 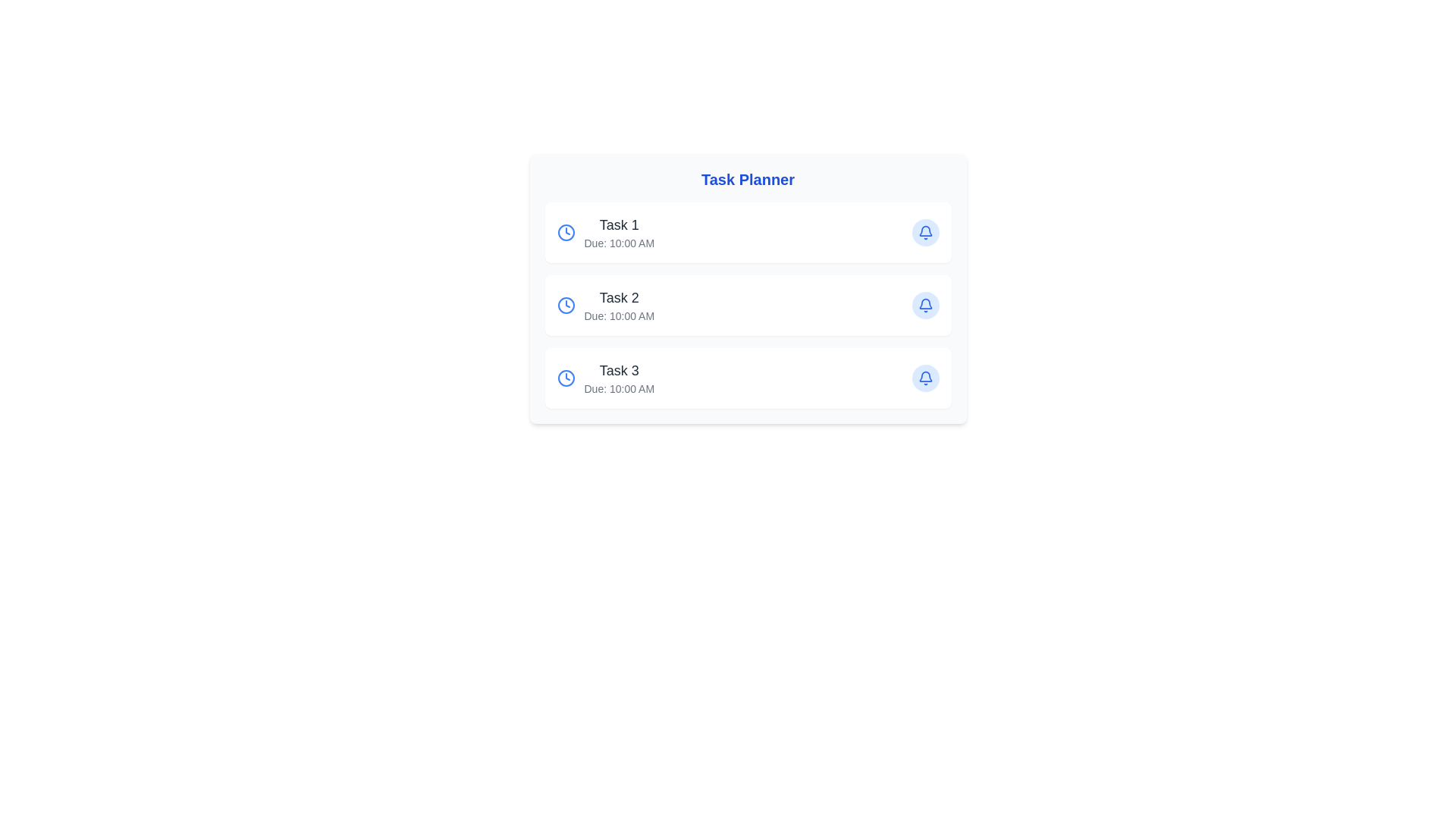 I want to click on the clock icon representing the time-related information for the task located to the left of 'Task 1' and 'Due: 10:00 AM' in the first row of the task list, so click(x=565, y=233).